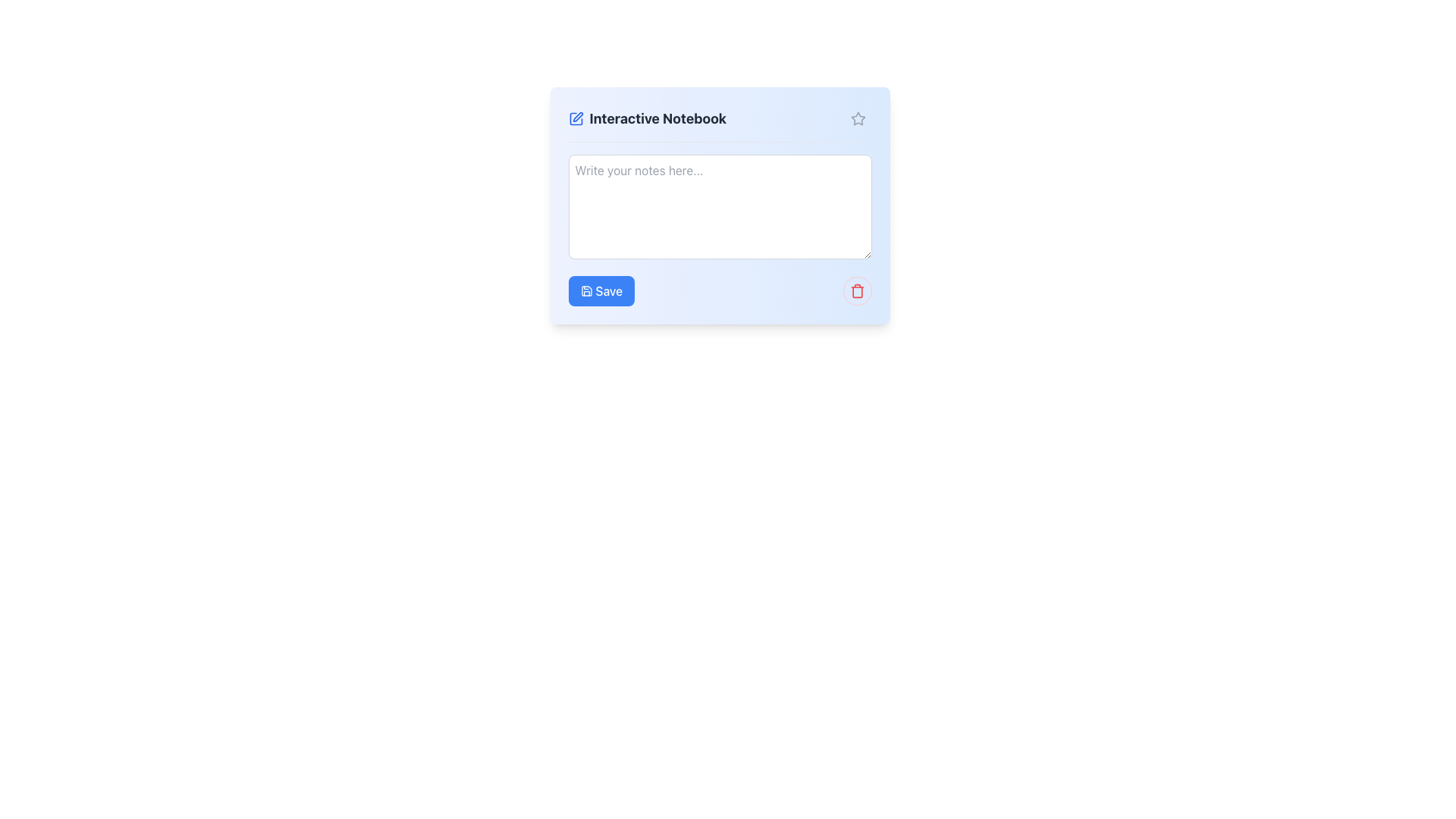  I want to click on the title or label with an icon located at the top-left of the card interface, positioned above the input and buttons, and to the left of a star icon, so click(647, 118).